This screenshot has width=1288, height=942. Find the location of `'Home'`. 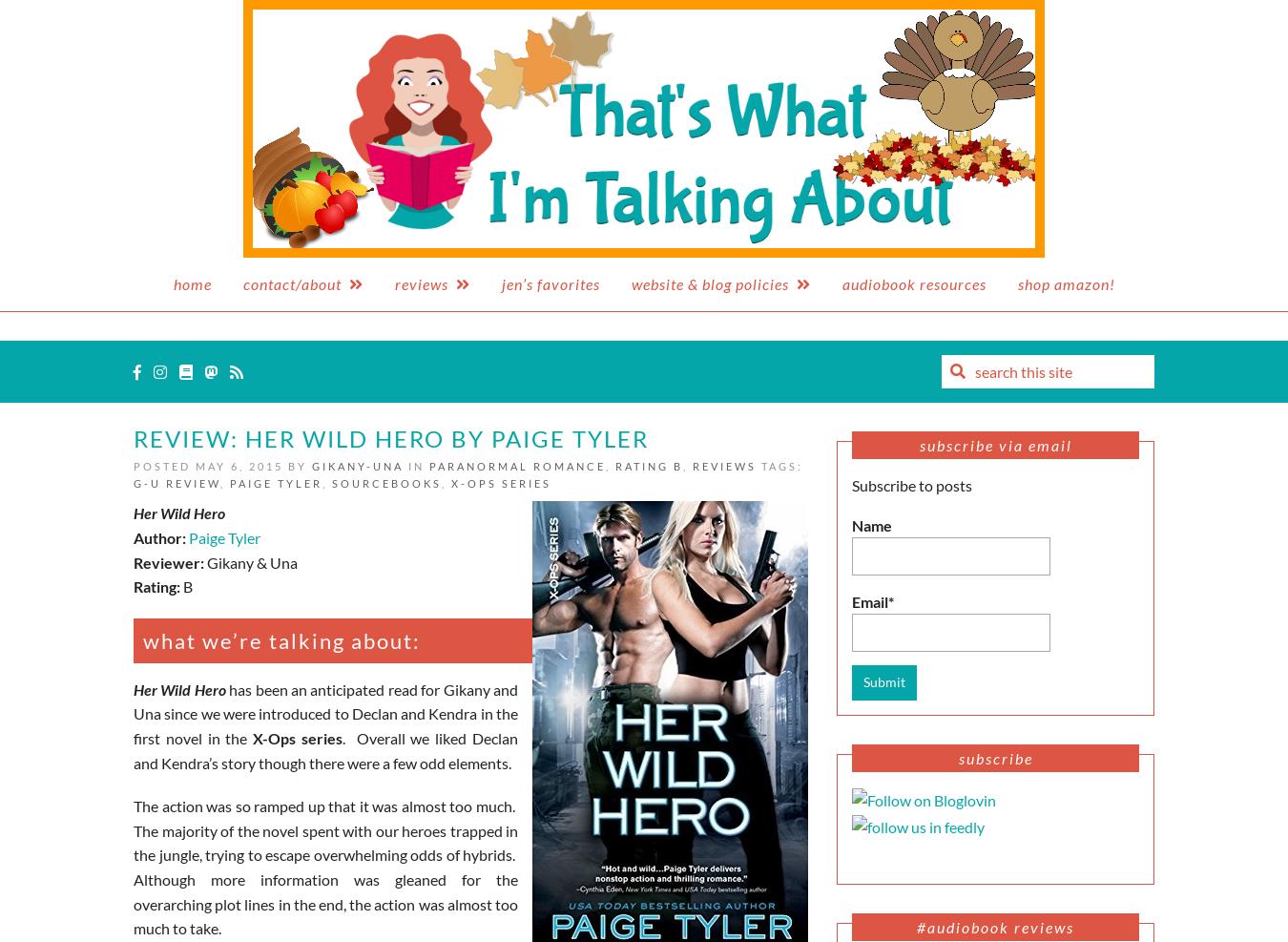

'Home' is located at coordinates (173, 283).